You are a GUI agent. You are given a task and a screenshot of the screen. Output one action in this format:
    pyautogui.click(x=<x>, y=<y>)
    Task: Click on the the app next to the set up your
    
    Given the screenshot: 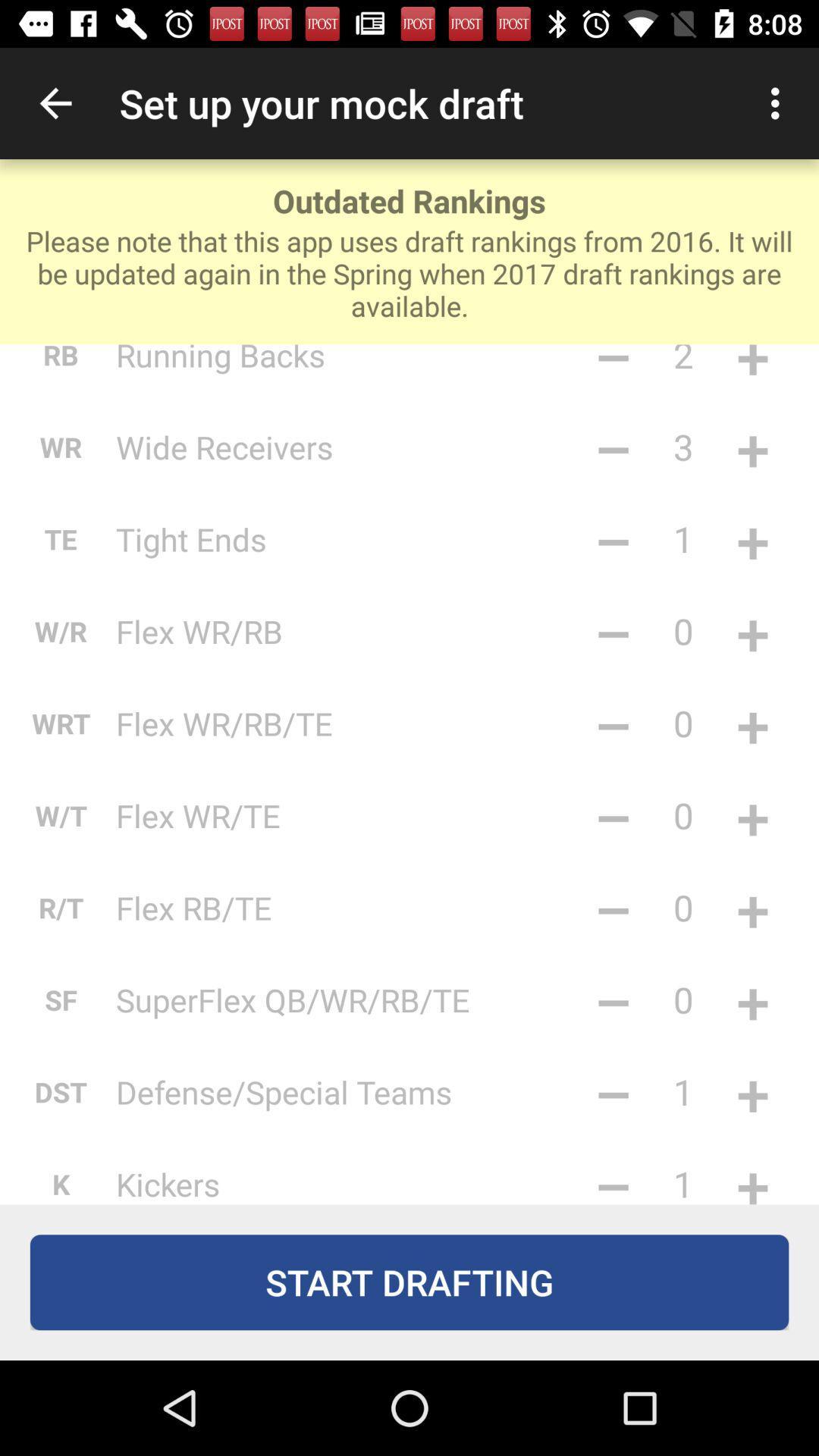 What is the action you would take?
    pyautogui.click(x=55, y=102)
    